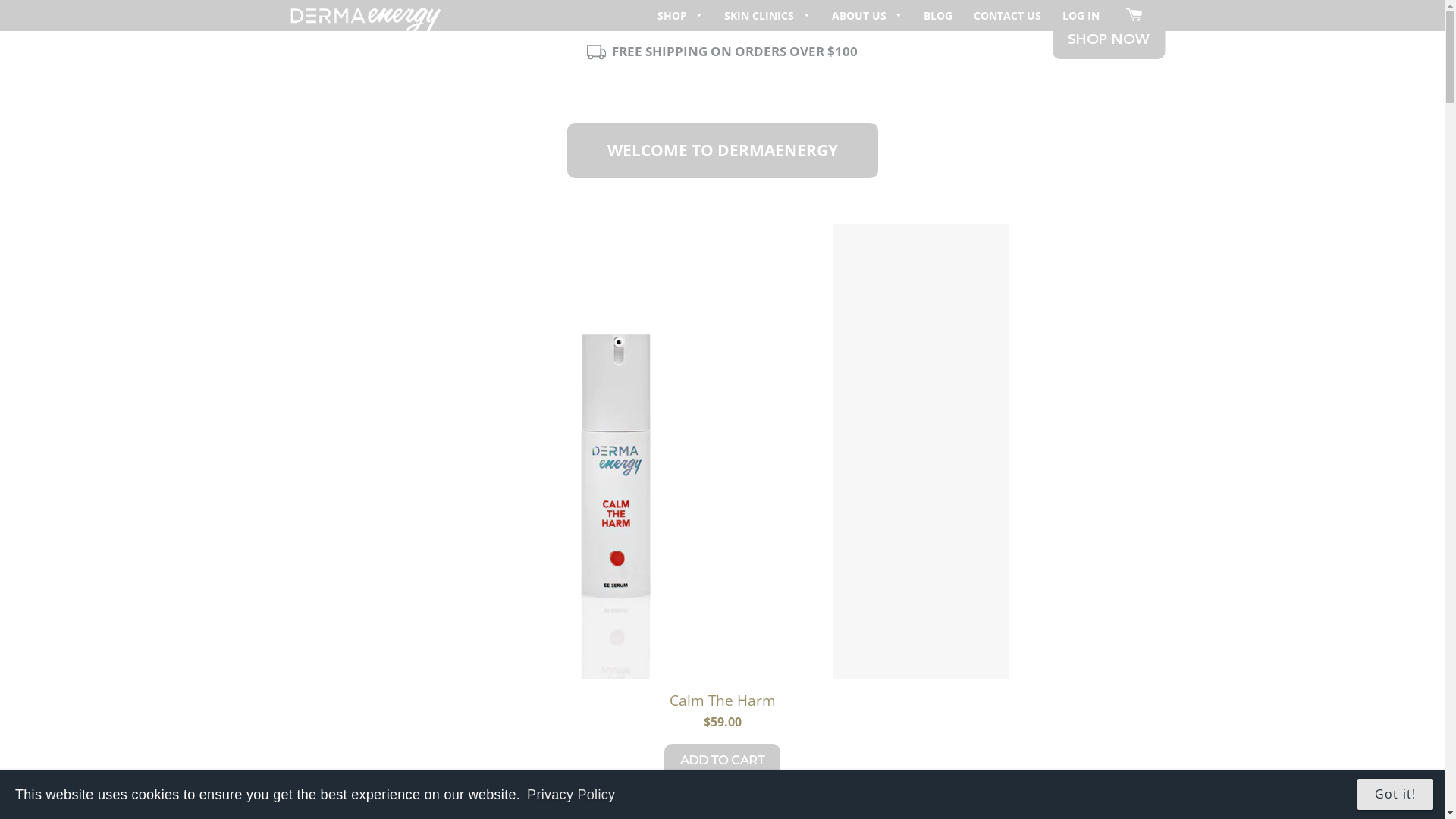  Describe the element at coordinates (767, 15) in the screenshot. I see `'SKIN CLINICS'` at that location.